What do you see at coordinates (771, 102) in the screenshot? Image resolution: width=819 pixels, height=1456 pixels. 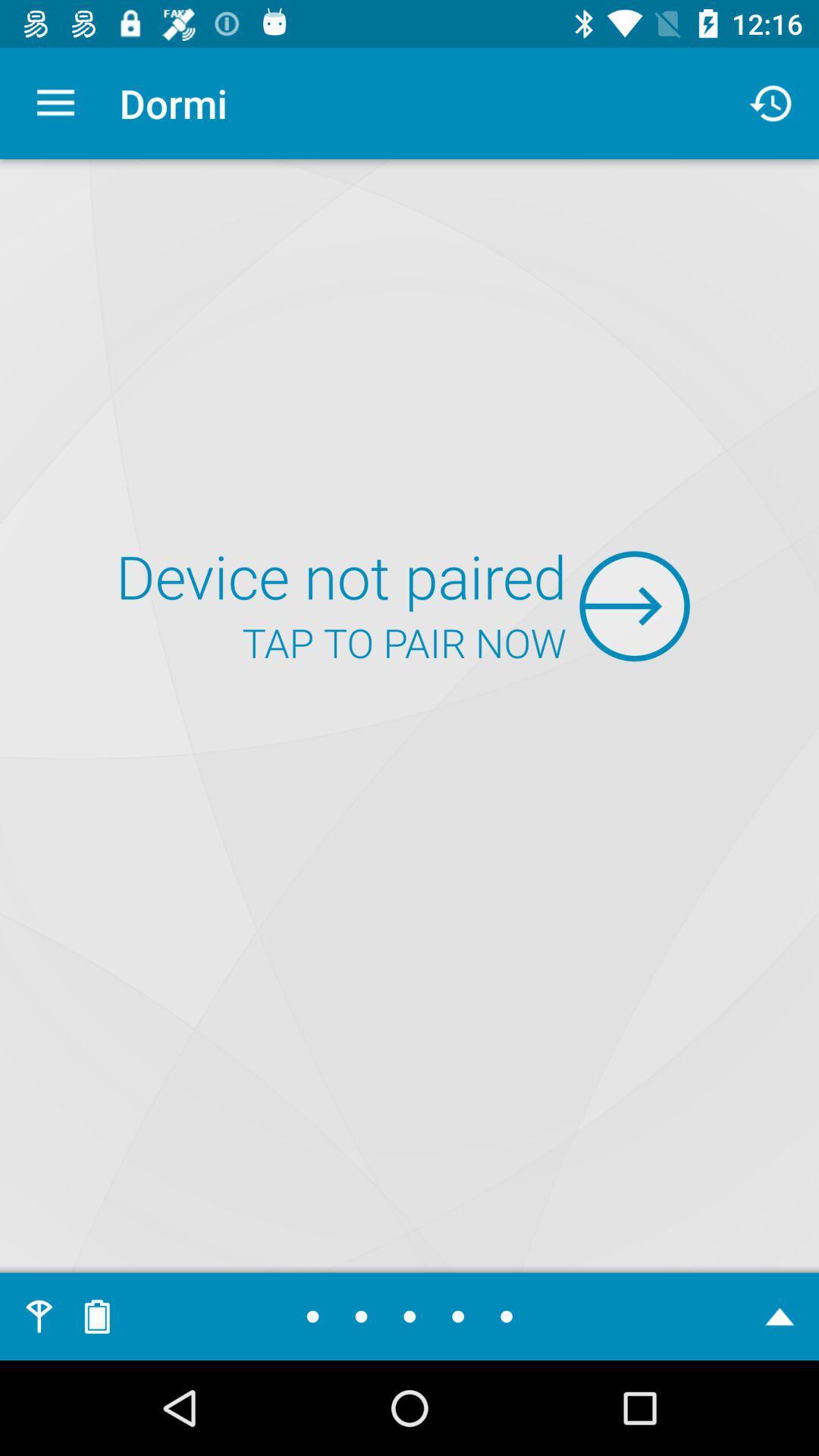 I see `the icon at the top right corner` at bounding box center [771, 102].